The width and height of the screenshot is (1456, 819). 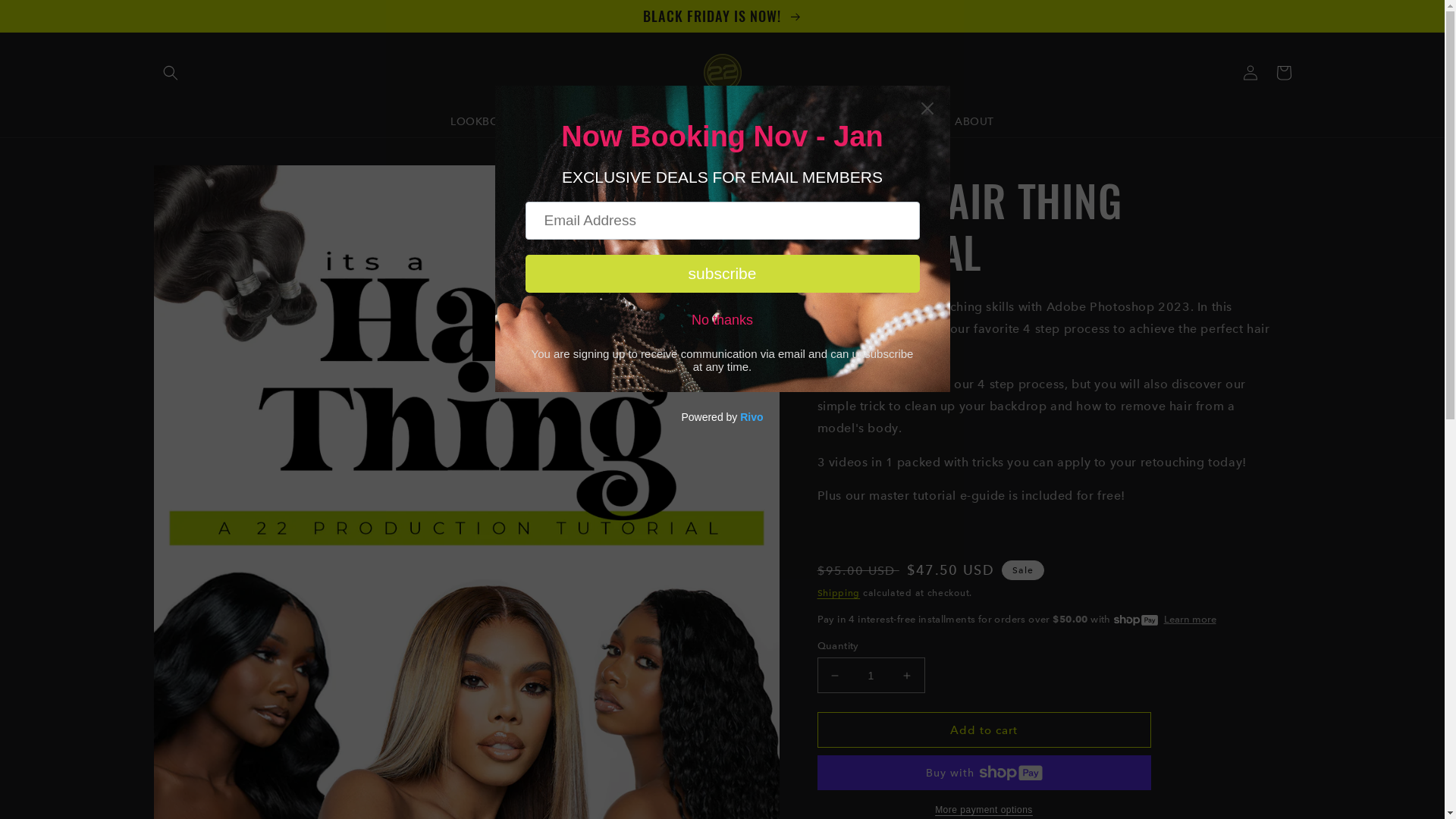 I want to click on 'Decrease quantity for IT&#39;S A HAIR THING TUTORIAL', so click(x=833, y=674).